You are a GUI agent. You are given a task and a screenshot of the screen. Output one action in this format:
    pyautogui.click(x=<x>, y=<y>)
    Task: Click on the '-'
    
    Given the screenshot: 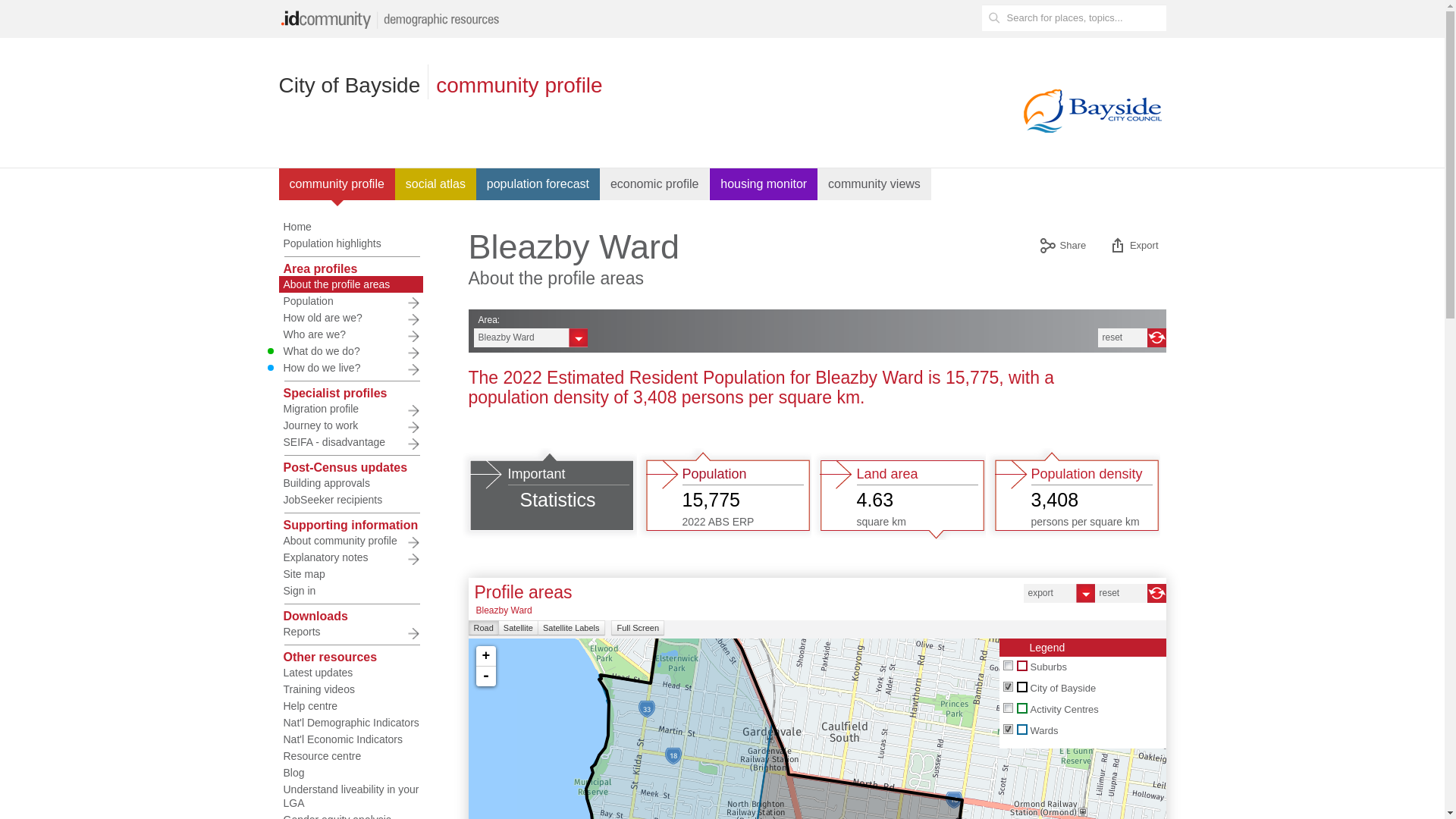 What is the action you would take?
    pyautogui.click(x=486, y=675)
    